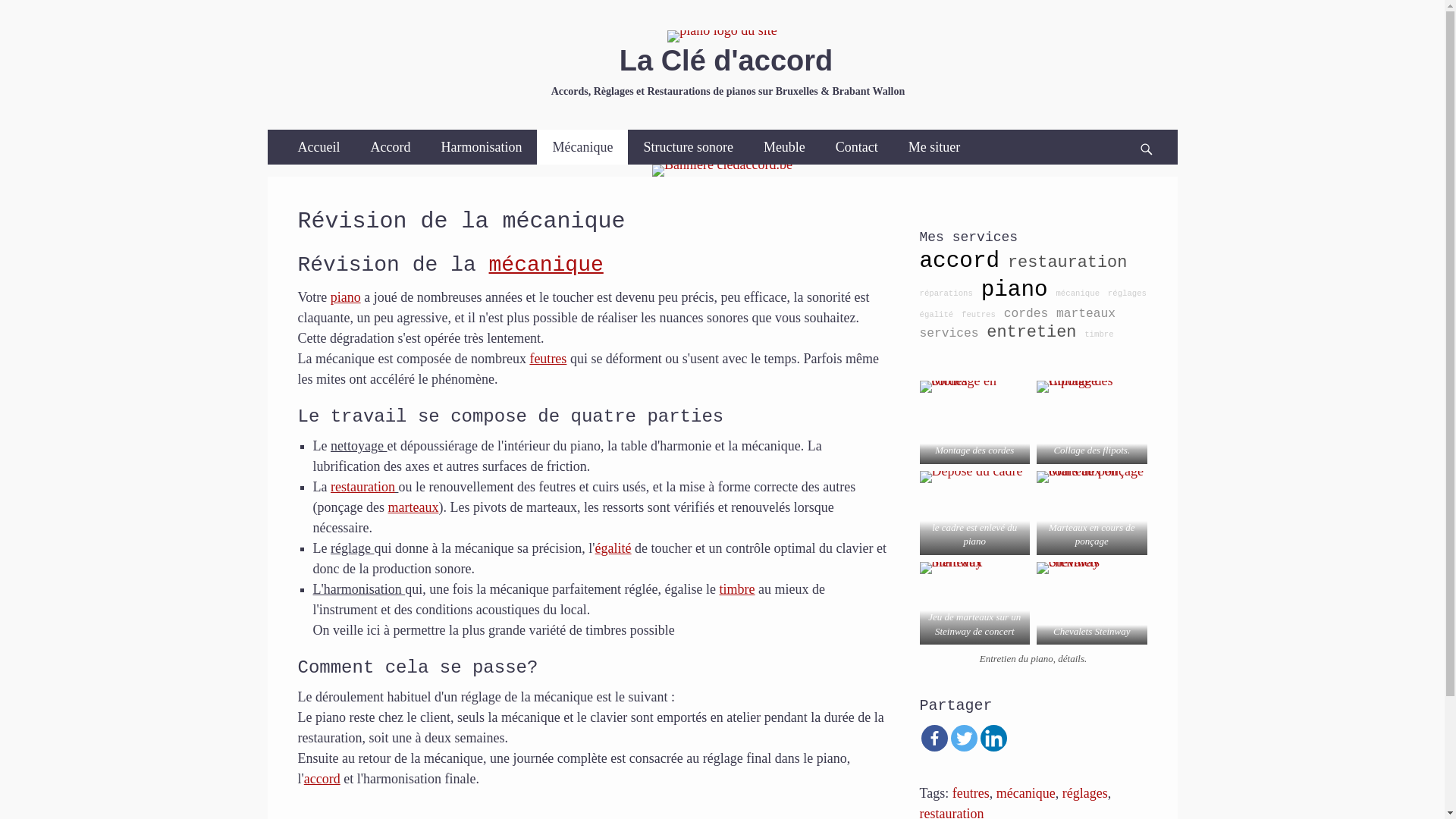  Describe the element at coordinates (719, 588) in the screenshot. I see `'timbre'` at that location.